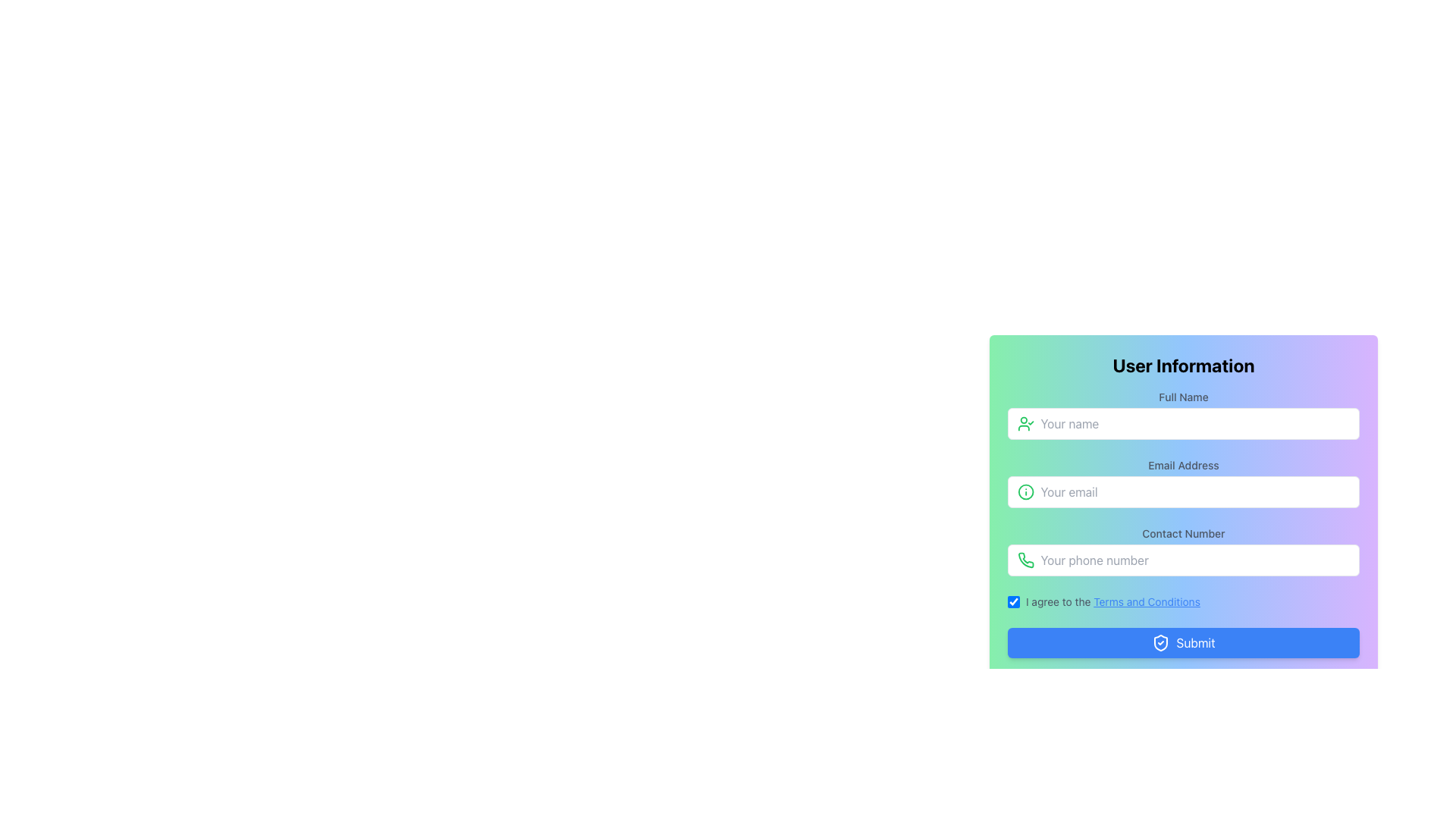  What do you see at coordinates (1182, 643) in the screenshot?
I see `the submit button located at the bottom of the user information form to observe a style change` at bounding box center [1182, 643].